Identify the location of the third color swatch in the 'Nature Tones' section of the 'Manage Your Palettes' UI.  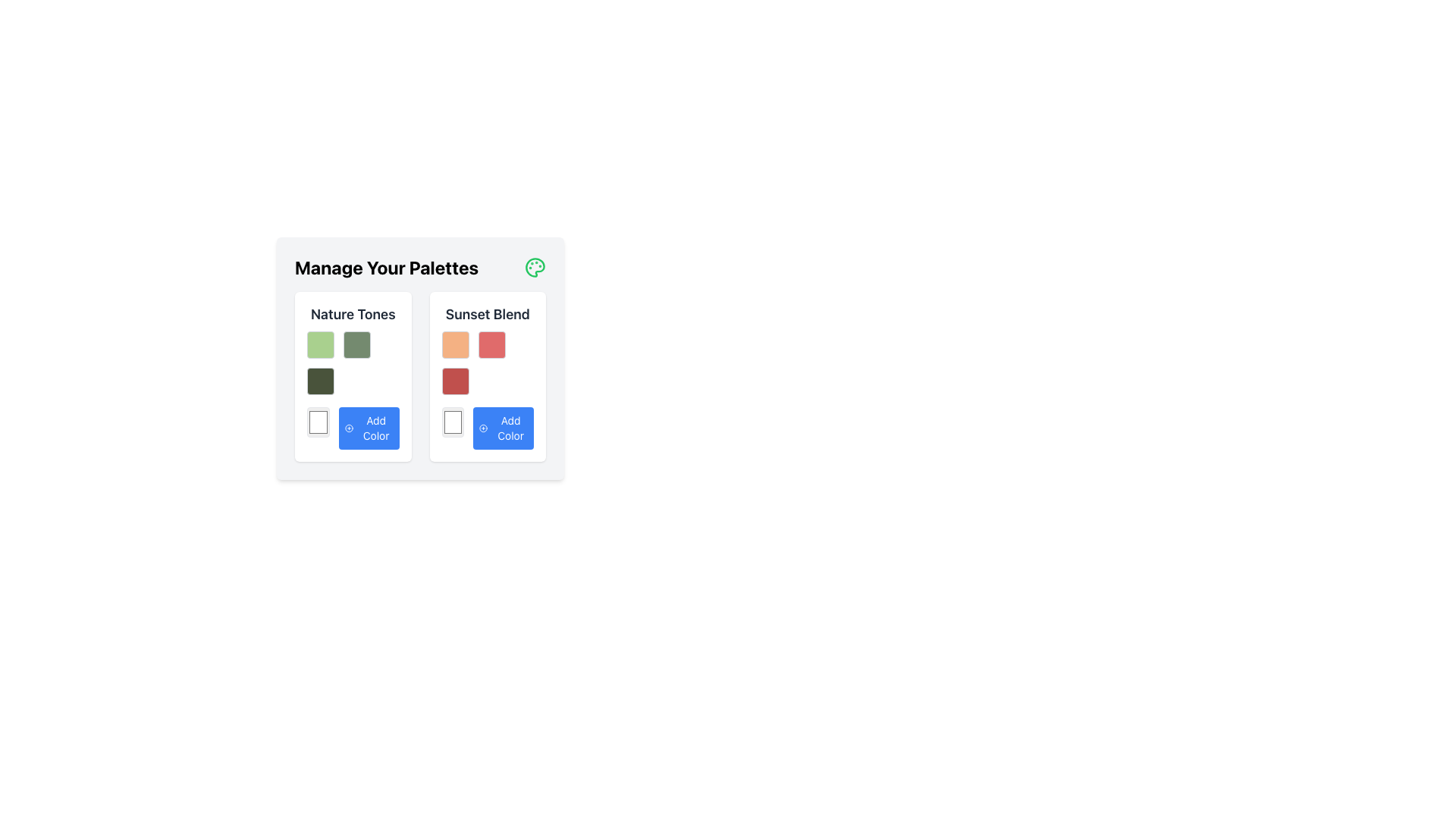
(319, 380).